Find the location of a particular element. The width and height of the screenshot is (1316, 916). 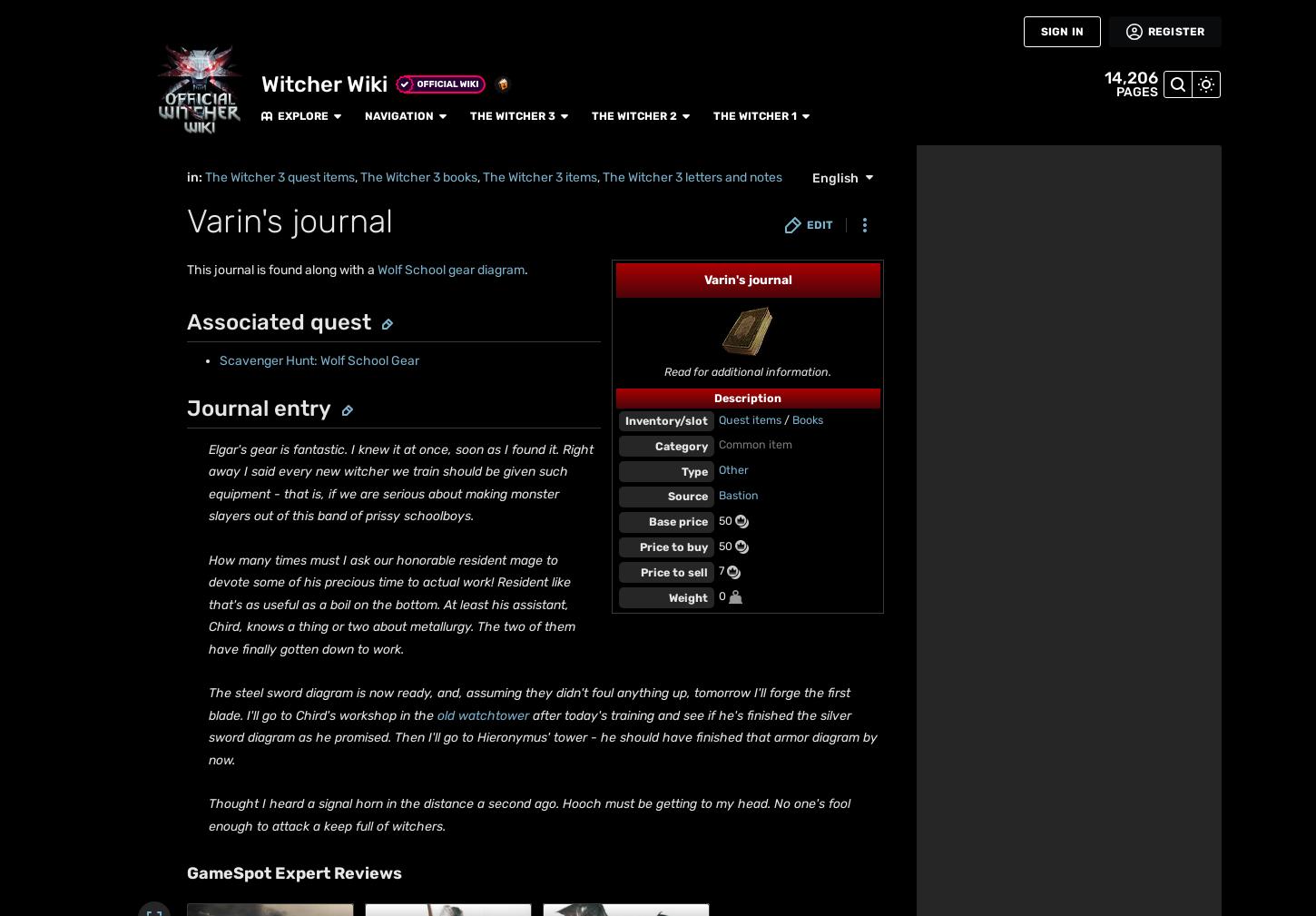

'Video' is located at coordinates (30, 520).